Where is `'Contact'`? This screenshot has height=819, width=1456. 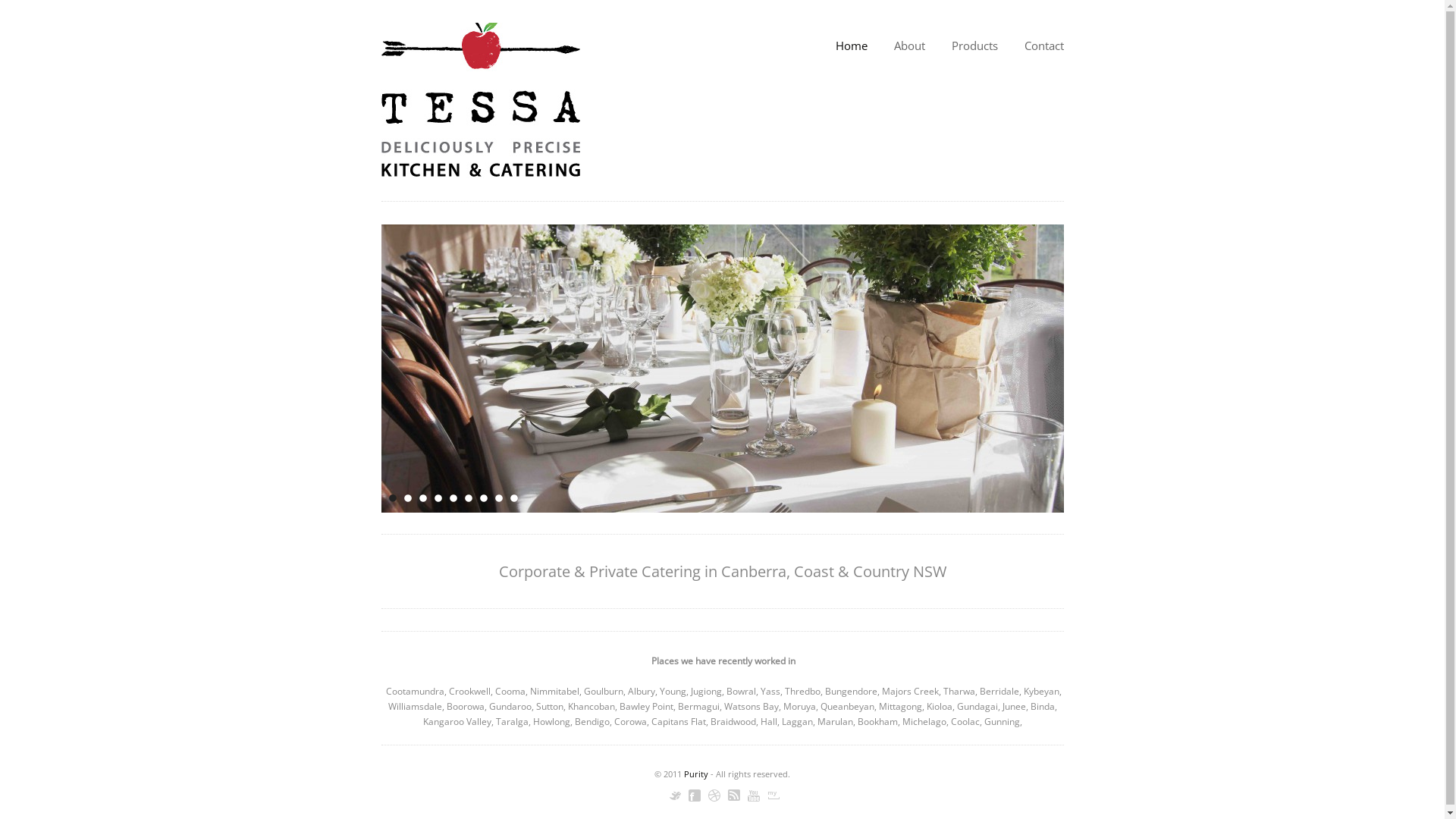
'Contact' is located at coordinates (1043, 45).